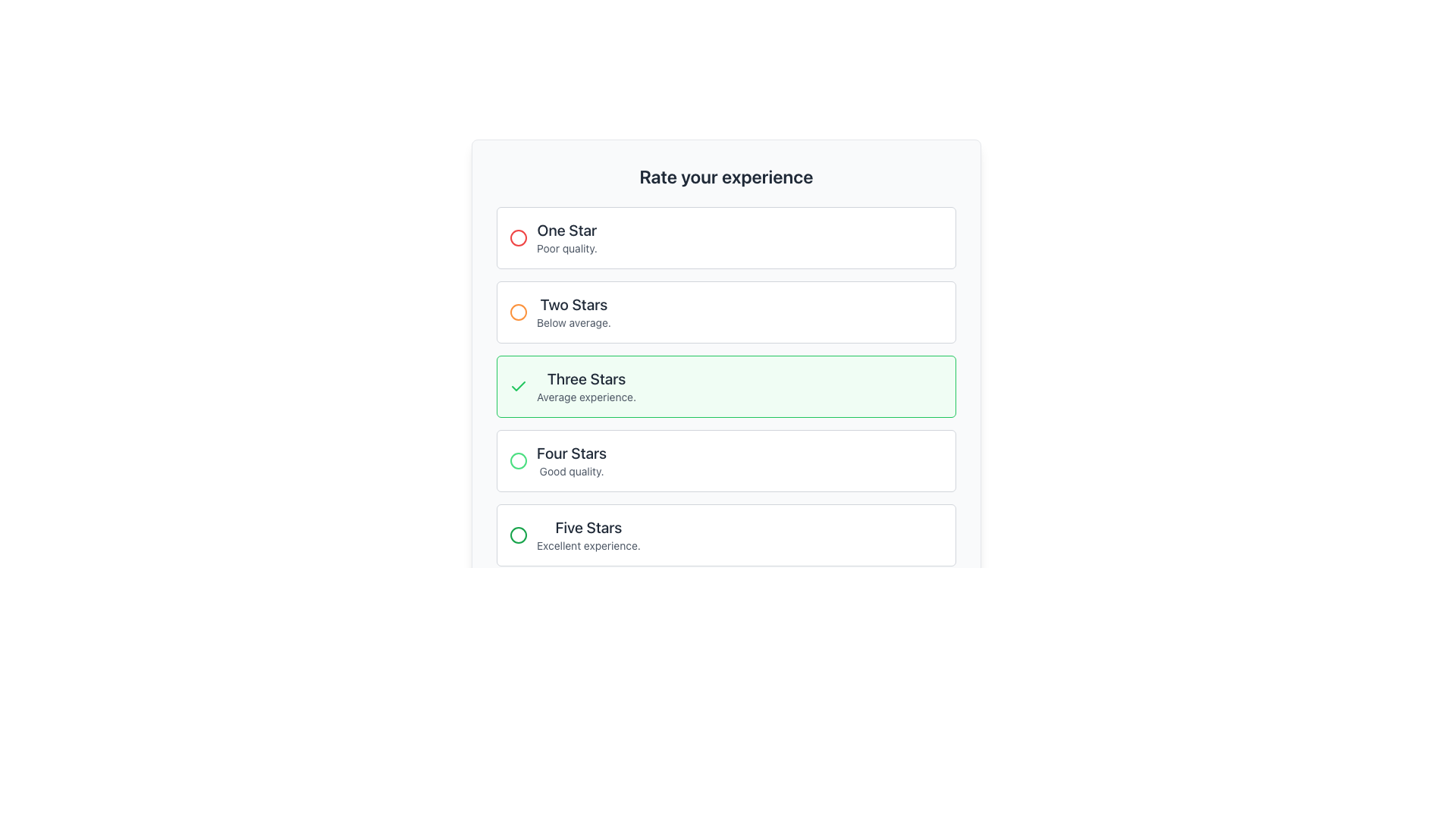 This screenshot has height=819, width=1456. Describe the element at coordinates (519, 534) in the screenshot. I see `the green circular status icon that indicates a rating option next to the text 'Five Stars Excellent experience.'` at that location.